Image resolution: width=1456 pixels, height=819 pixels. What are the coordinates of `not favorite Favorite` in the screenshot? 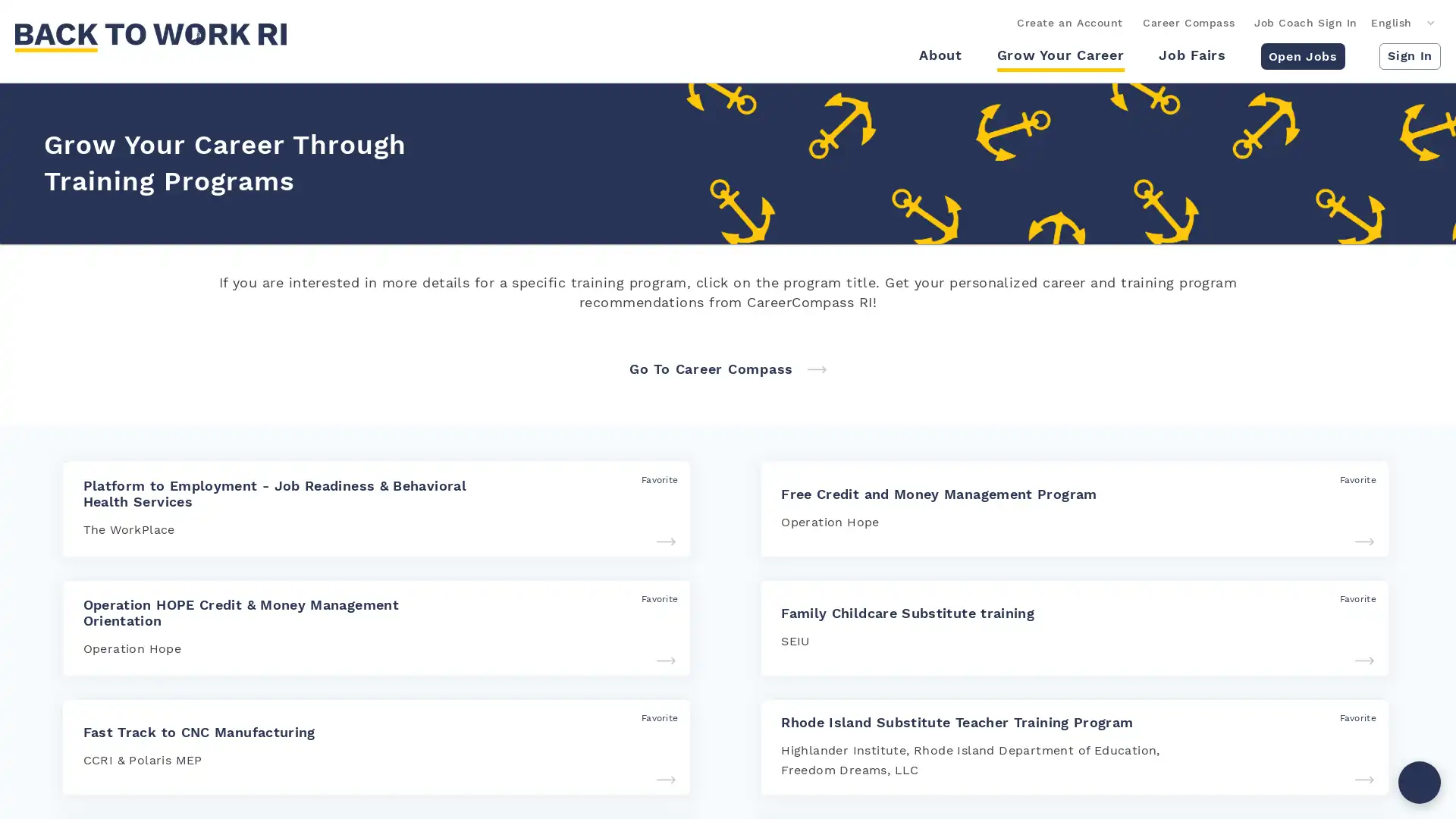 It's located at (1349, 598).